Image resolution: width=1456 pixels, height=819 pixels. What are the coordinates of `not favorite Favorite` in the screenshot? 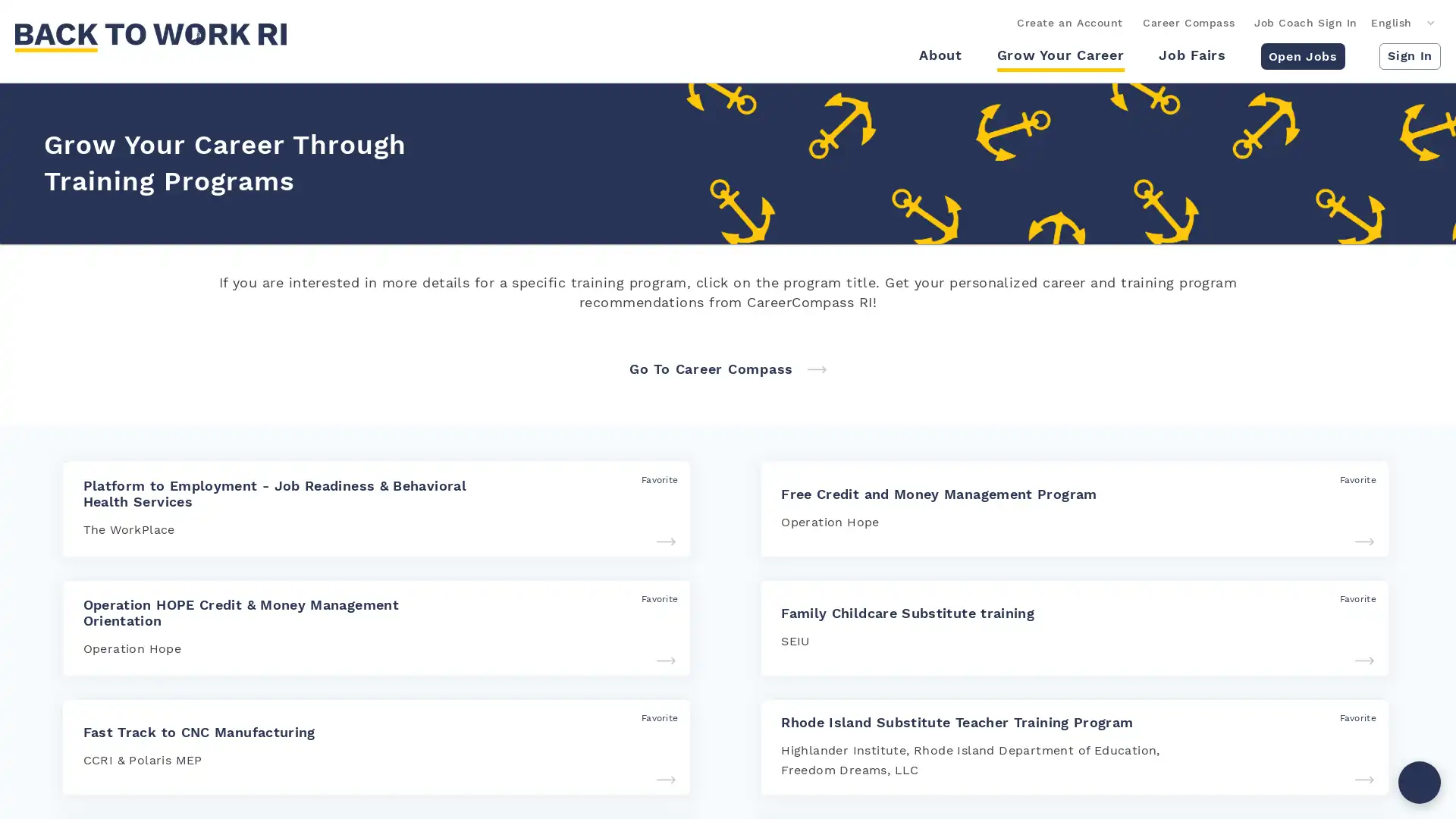 It's located at (1349, 598).